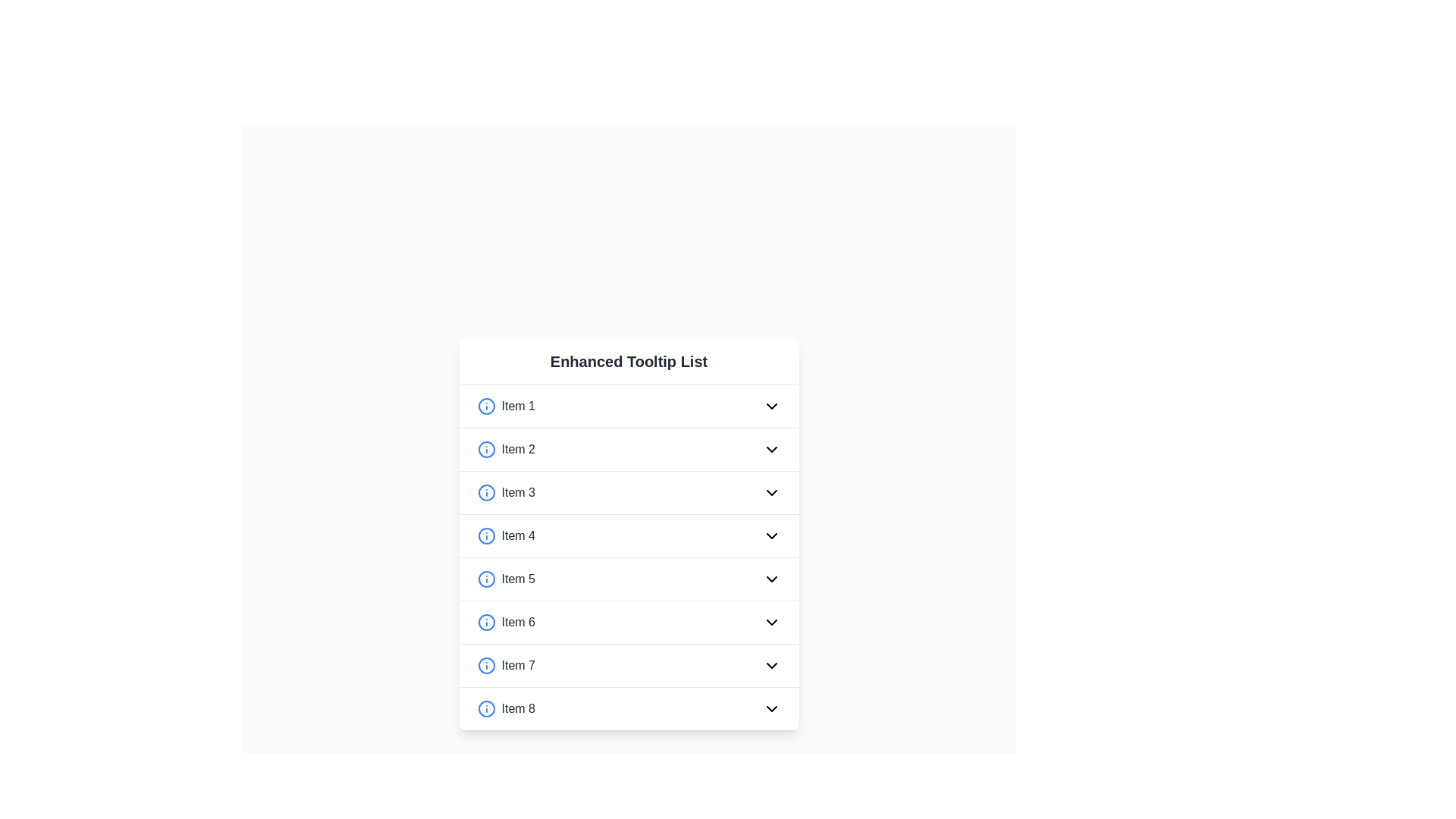  Describe the element at coordinates (486, 535) in the screenshot. I see `the blue circular SVG icon located to the left of the text 'Item 4' in the fourth row of the list` at that location.